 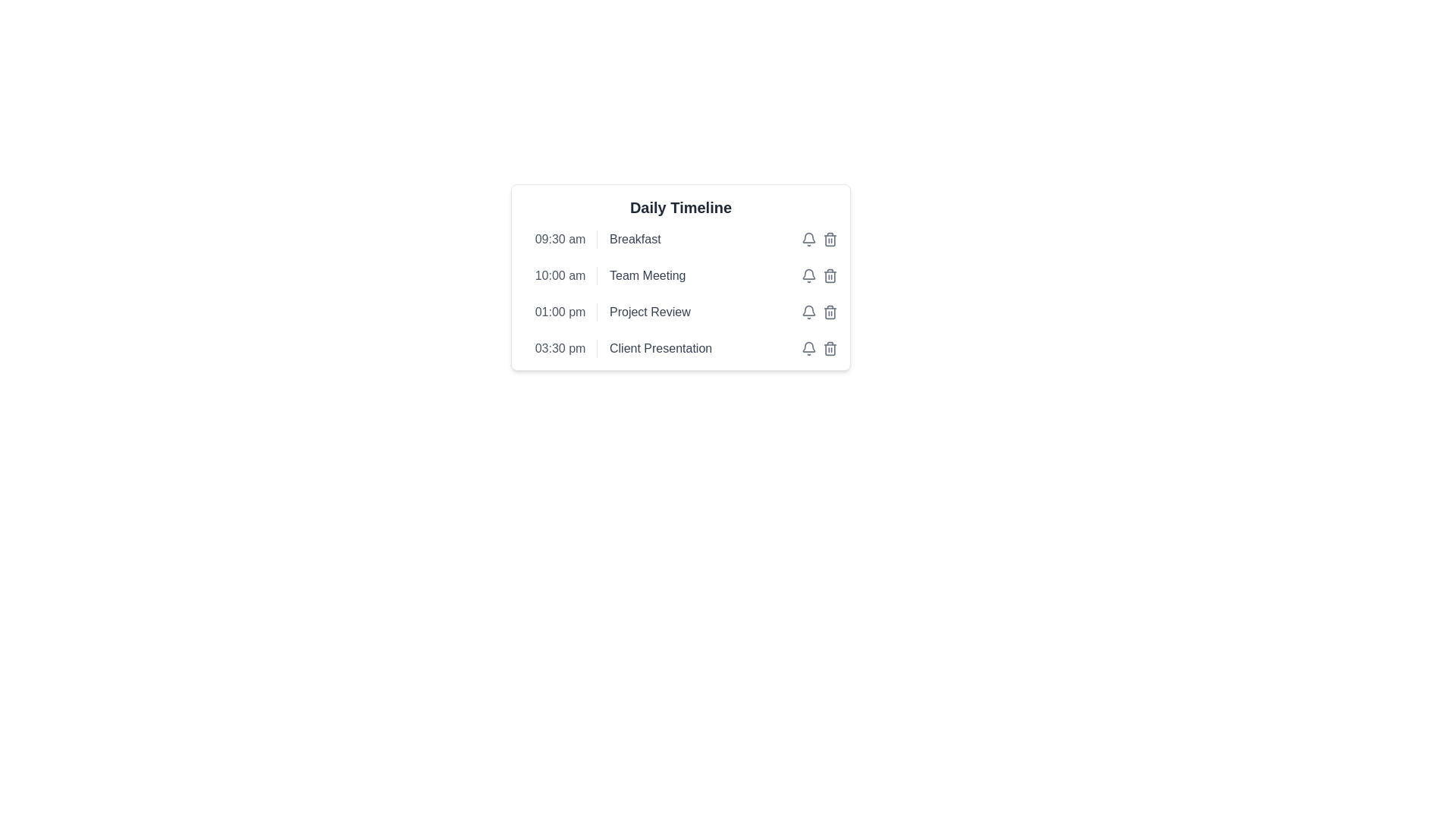 I want to click on the time indicator text label located in the left section of the fourth row in the timeline component, under the '01:00 pm' entry, so click(x=560, y=348).